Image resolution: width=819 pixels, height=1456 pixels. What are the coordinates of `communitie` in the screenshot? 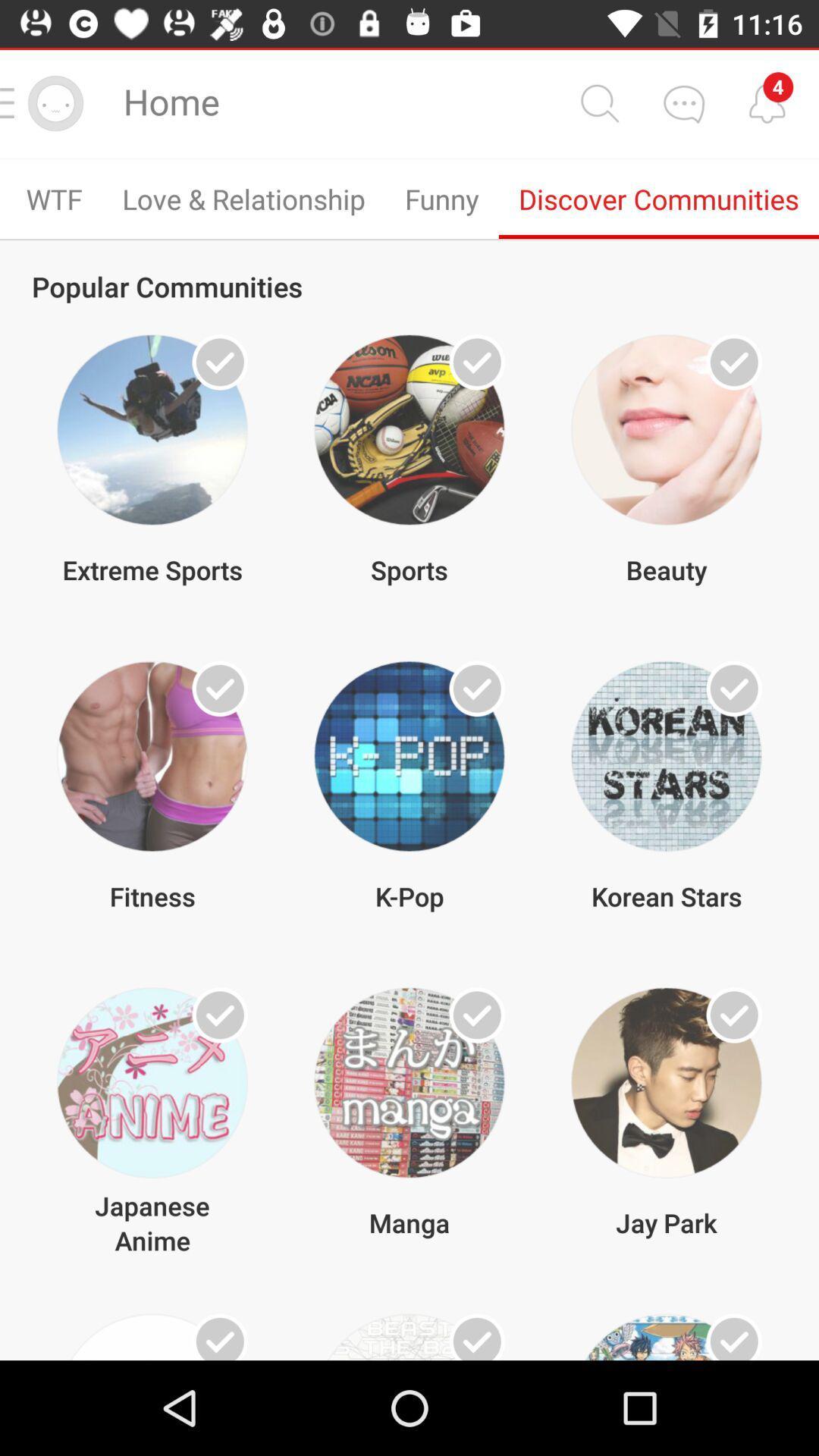 It's located at (476, 1015).